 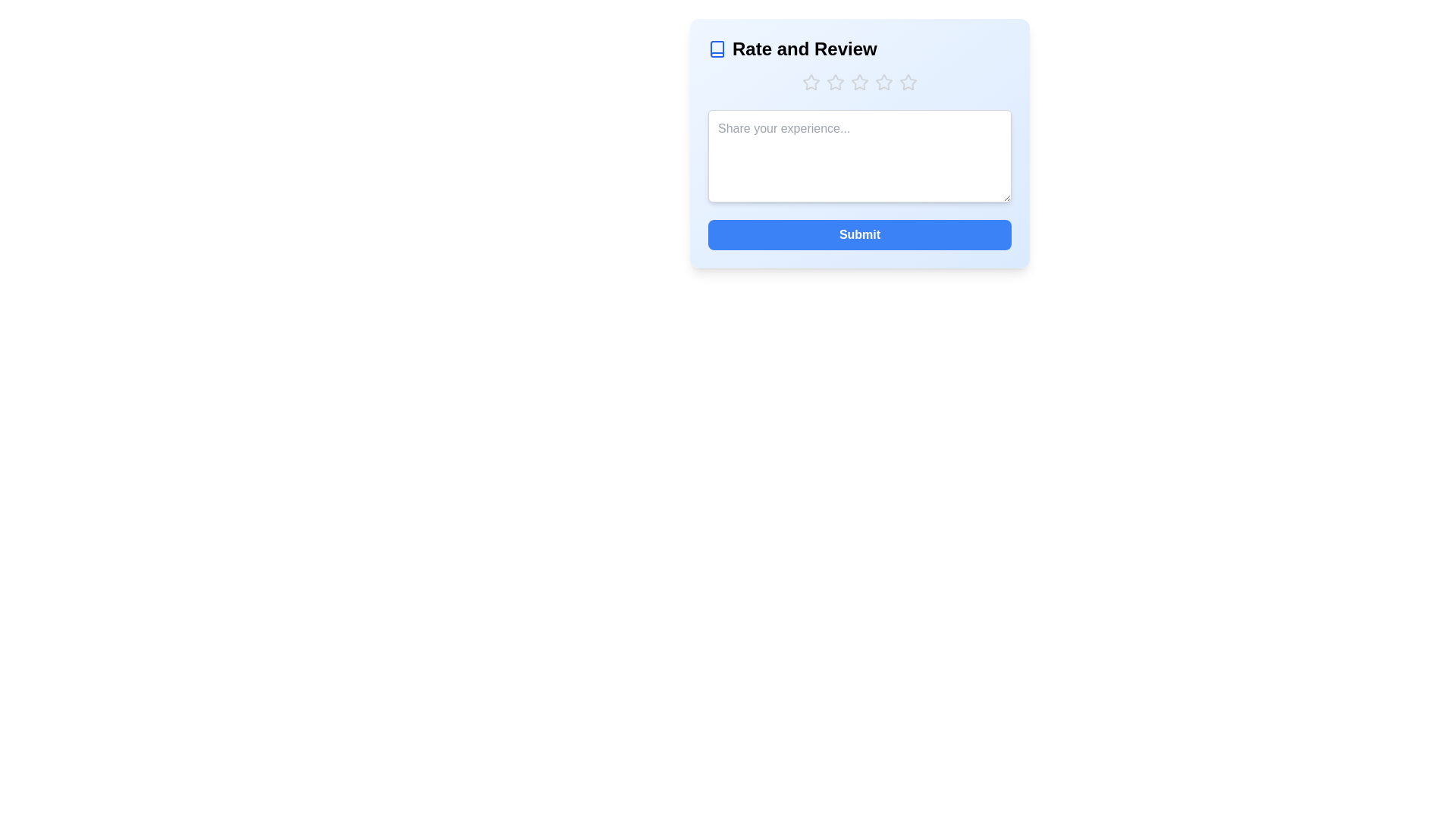 I want to click on the text area and type the feedback 'Great service!', so click(x=859, y=155).